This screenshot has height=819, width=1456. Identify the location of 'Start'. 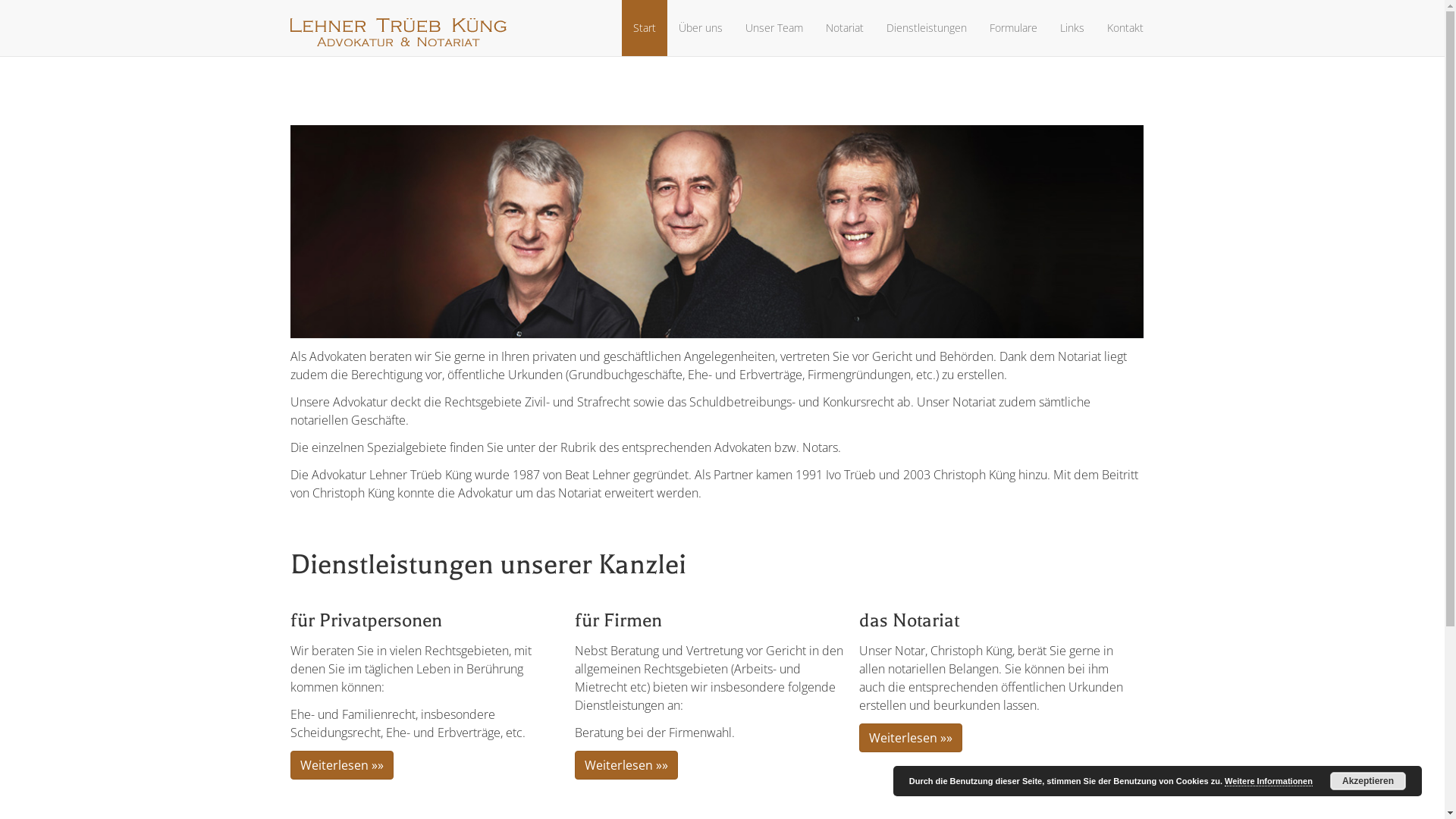
(644, 28).